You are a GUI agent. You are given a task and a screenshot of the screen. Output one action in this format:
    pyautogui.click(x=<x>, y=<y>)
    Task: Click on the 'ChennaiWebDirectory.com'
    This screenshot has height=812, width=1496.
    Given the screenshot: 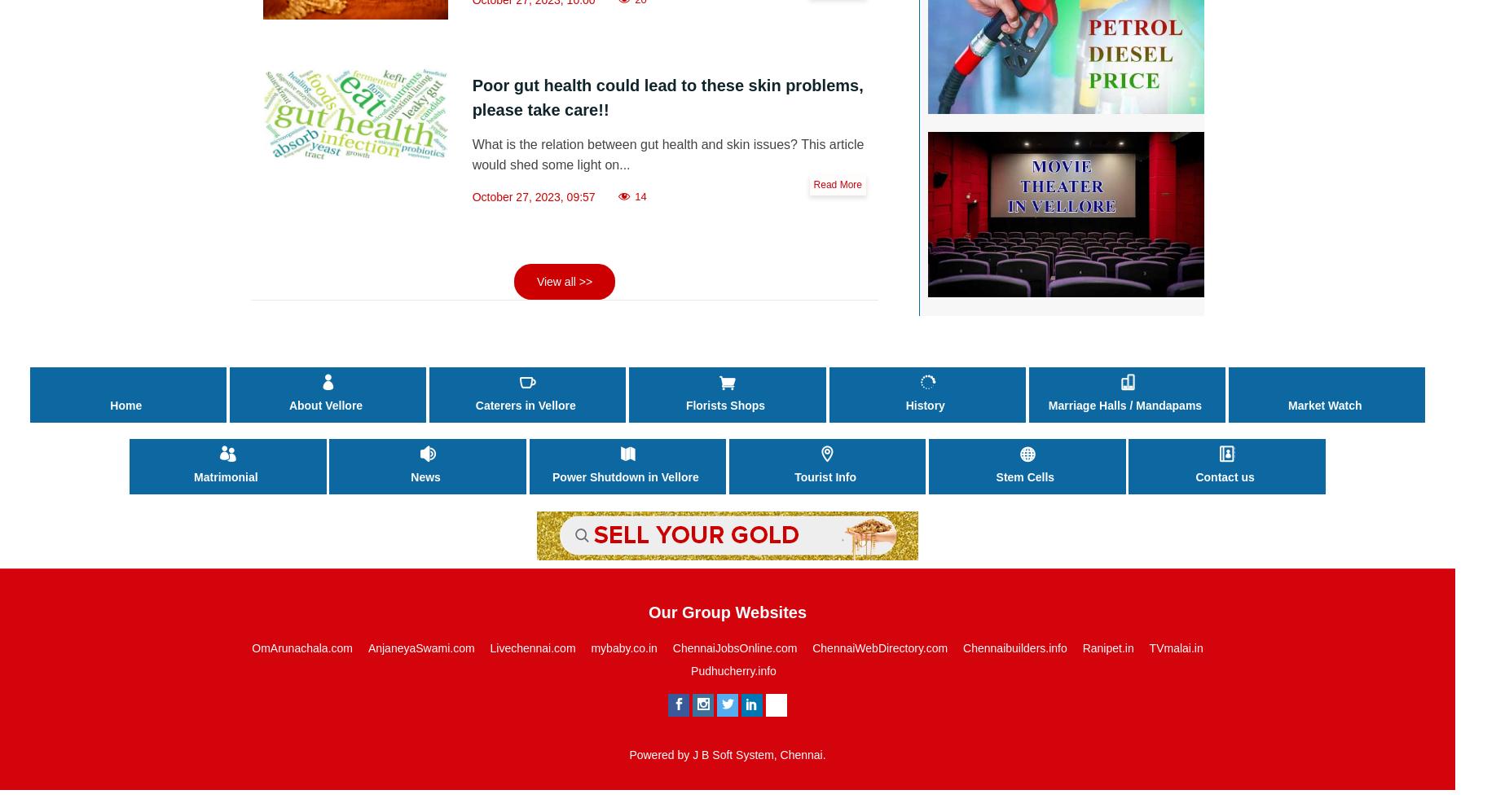 What is the action you would take?
    pyautogui.click(x=879, y=647)
    